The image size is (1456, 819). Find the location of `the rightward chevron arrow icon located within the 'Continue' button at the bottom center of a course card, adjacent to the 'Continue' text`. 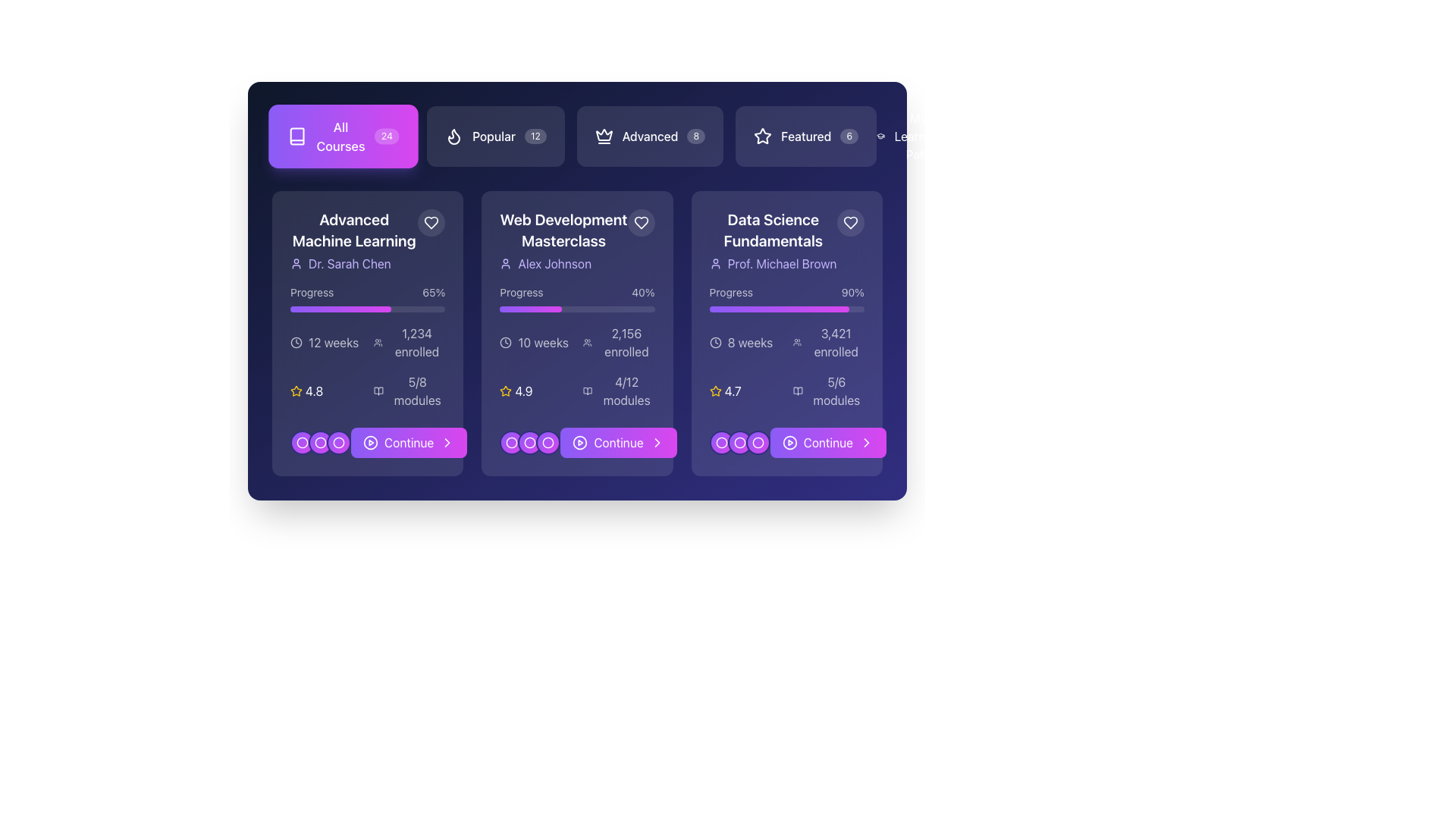

the rightward chevron arrow icon located within the 'Continue' button at the bottom center of a course card, adjacent to the 'Continue' text is located at coordinates (447, 442).